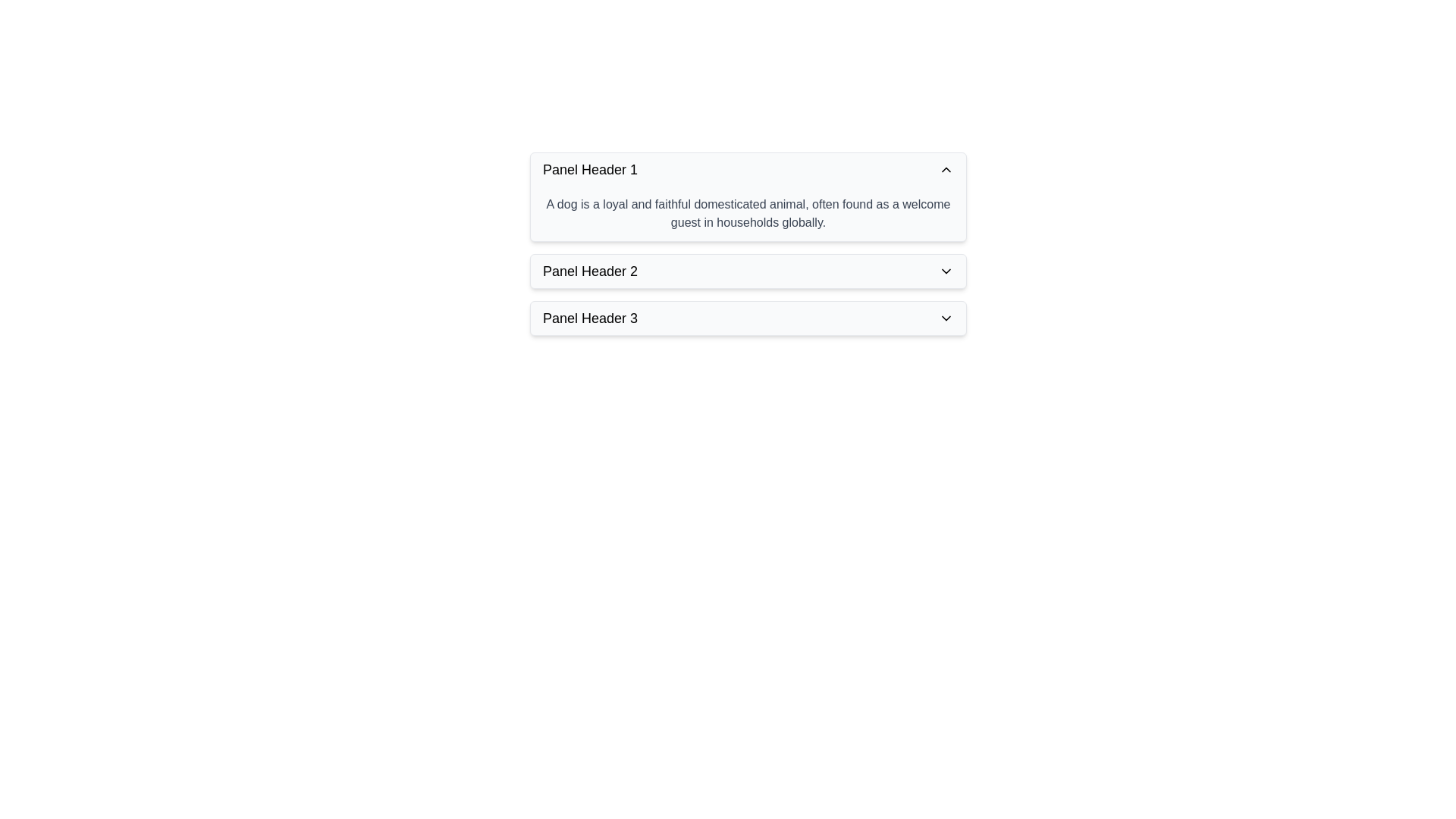  Describe the element at coordinates (589, 271) in the screenshot. I see `the 'Panel Header 2' text label` at that location.